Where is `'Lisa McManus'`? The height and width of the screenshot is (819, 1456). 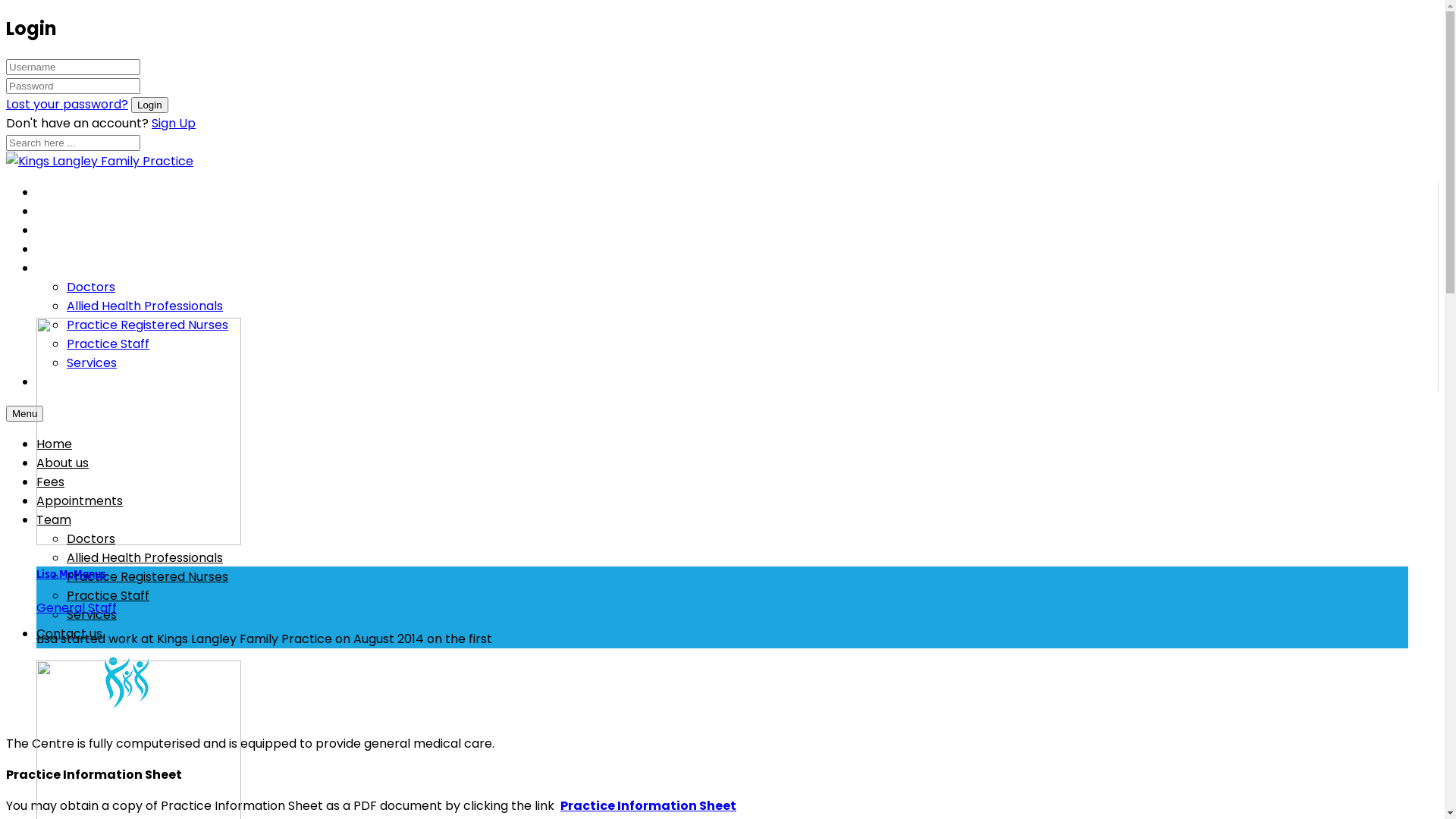
'Lisa McManus' is located at coordinates (71, 574).